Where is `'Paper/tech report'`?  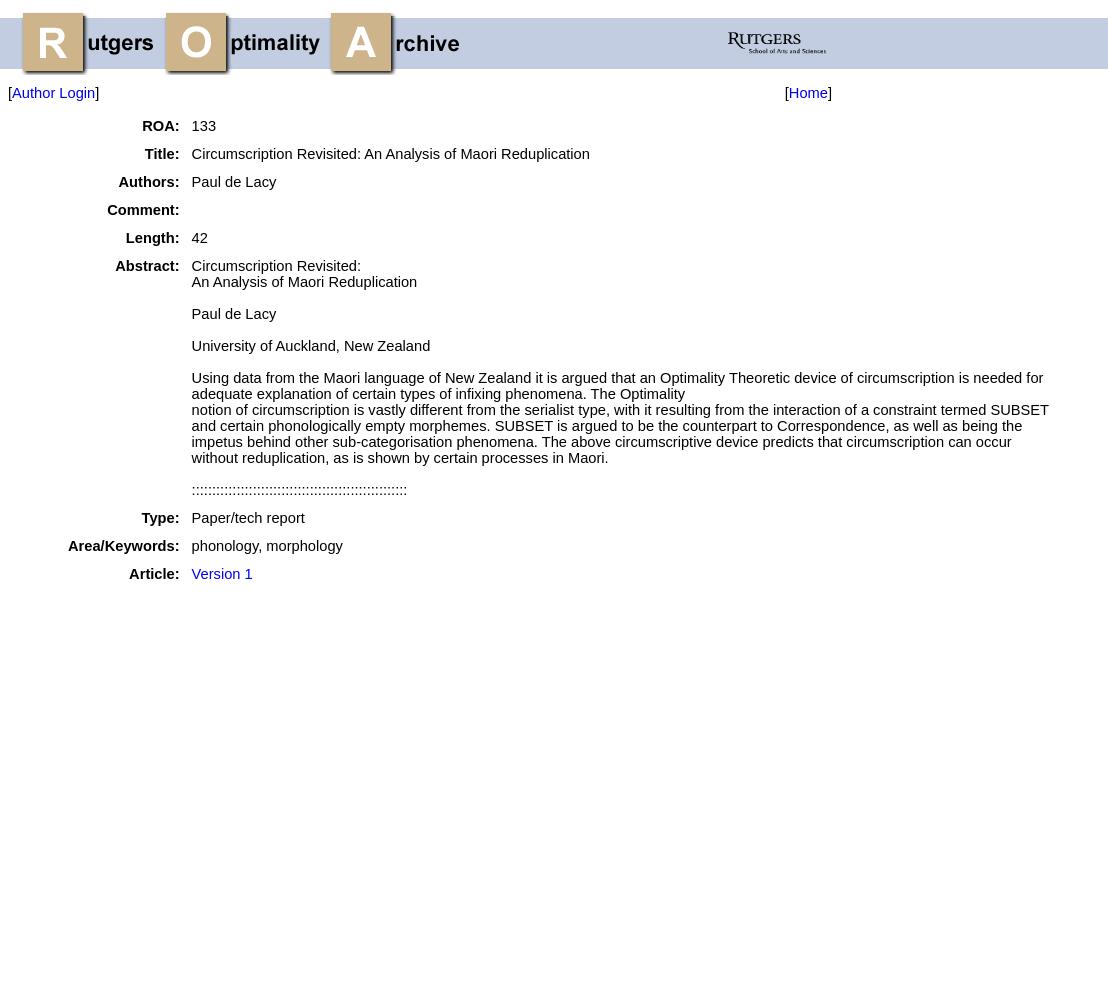
'Paper/tech report' is located at coordinates (246, 518).